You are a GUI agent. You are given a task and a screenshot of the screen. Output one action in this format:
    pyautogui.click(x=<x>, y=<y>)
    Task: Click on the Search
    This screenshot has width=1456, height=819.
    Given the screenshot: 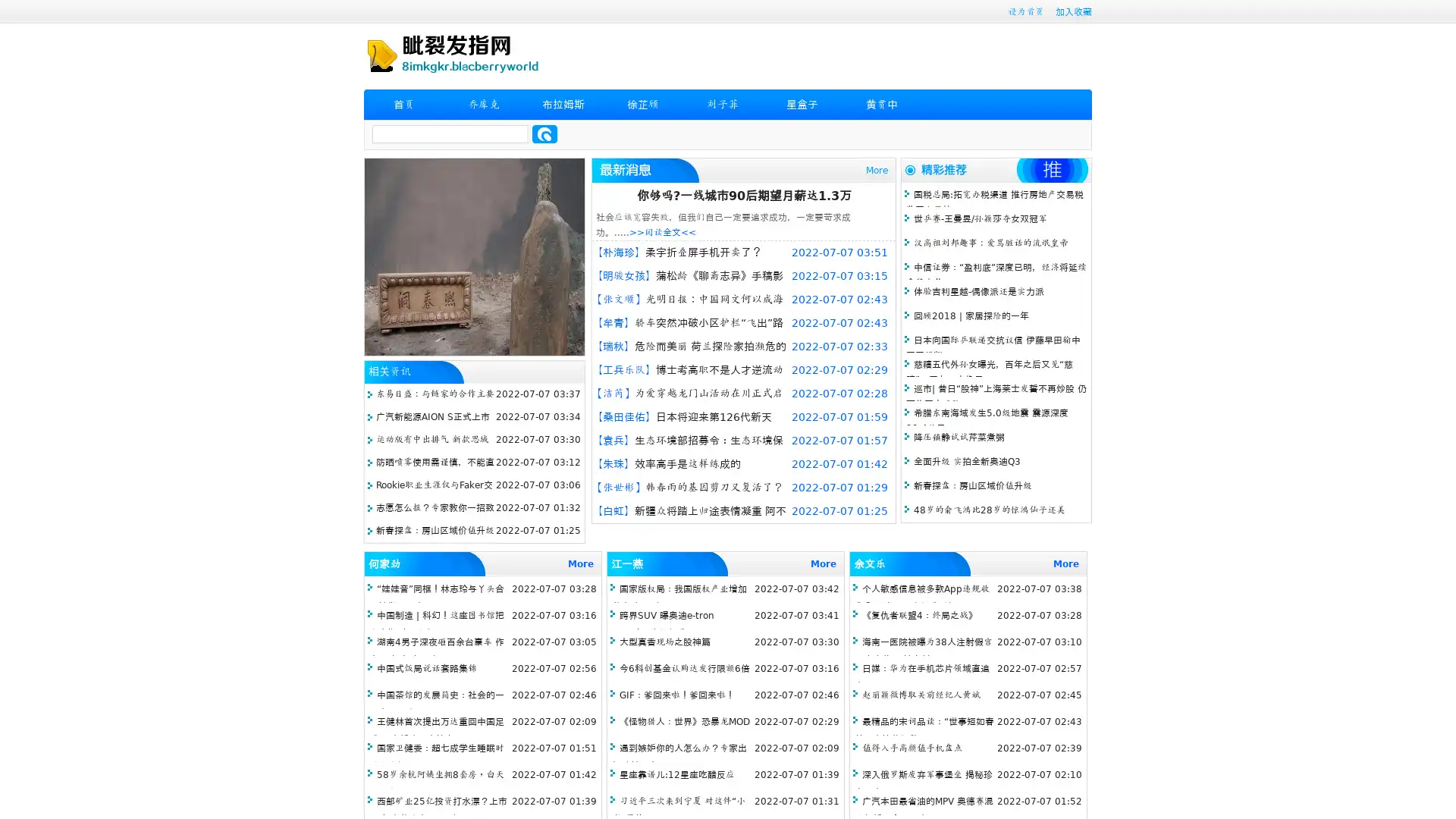 What is the action you would take?
    pyautogui.click(x=544, y=133)
    